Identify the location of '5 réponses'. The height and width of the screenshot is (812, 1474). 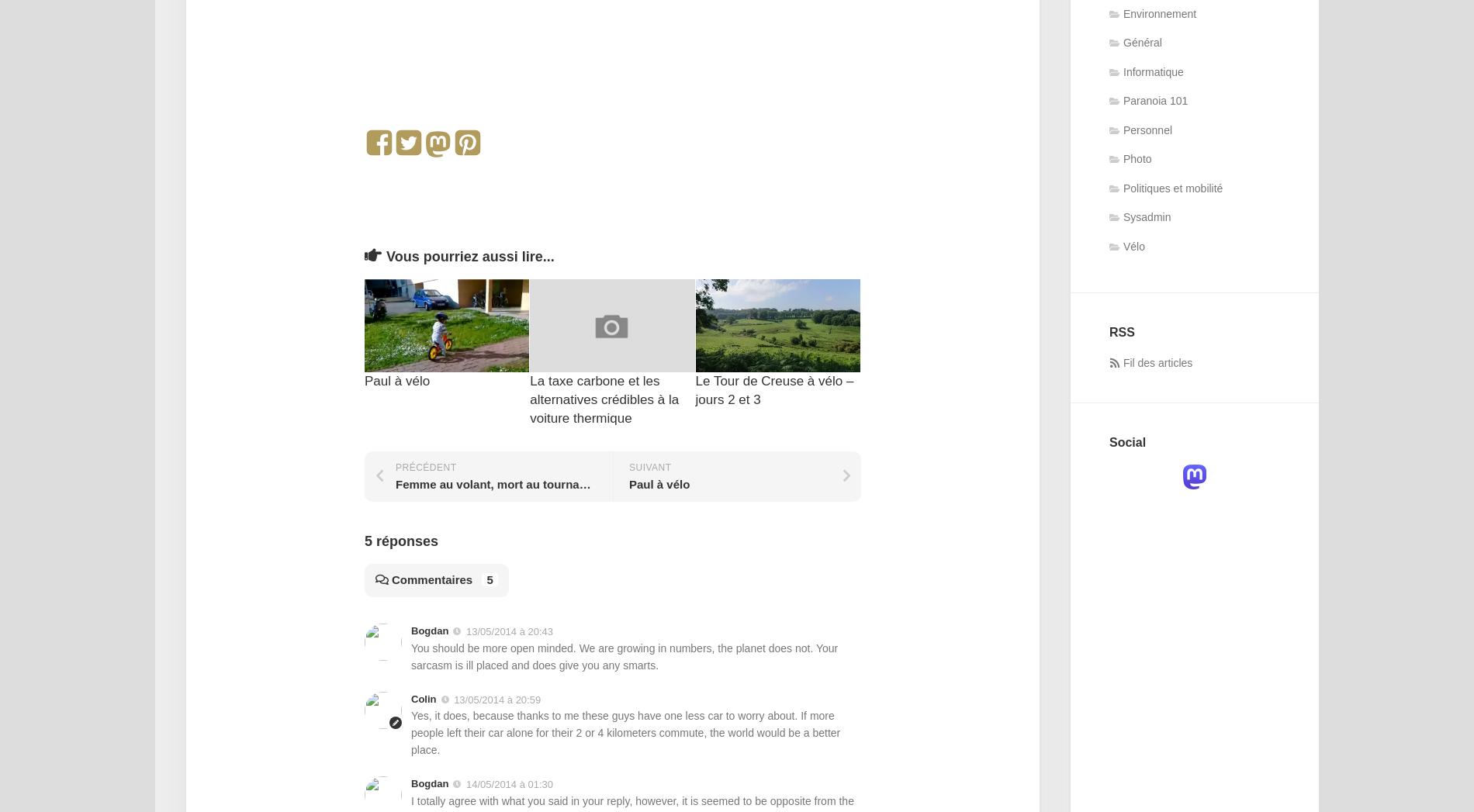
(401, 539).